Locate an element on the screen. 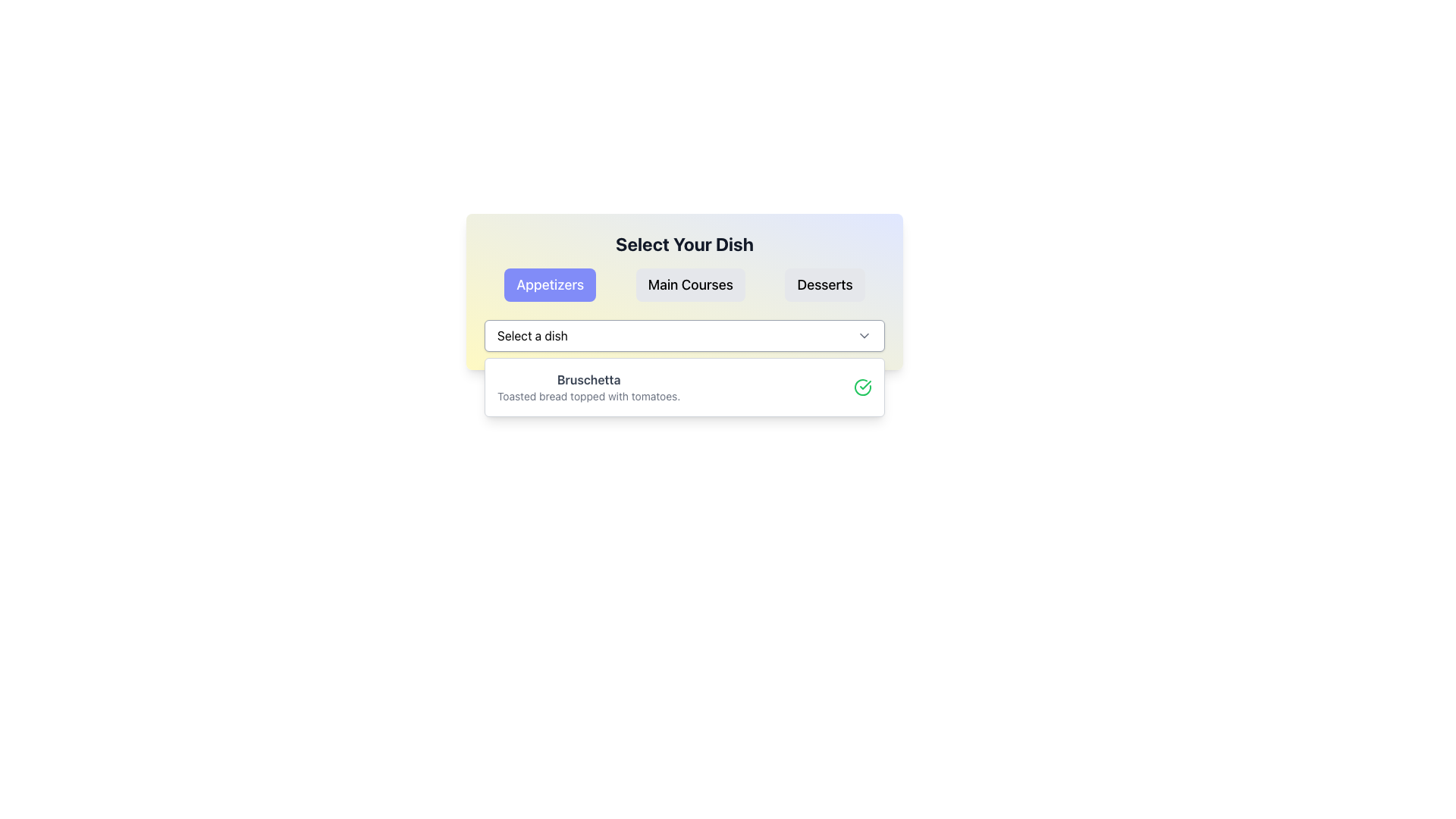 Image resolution: width=1456 pixels, height=819 pixels. the 'Main Courses' button located below the title 'Select Your Dish' is located at coordinates (689, 284).